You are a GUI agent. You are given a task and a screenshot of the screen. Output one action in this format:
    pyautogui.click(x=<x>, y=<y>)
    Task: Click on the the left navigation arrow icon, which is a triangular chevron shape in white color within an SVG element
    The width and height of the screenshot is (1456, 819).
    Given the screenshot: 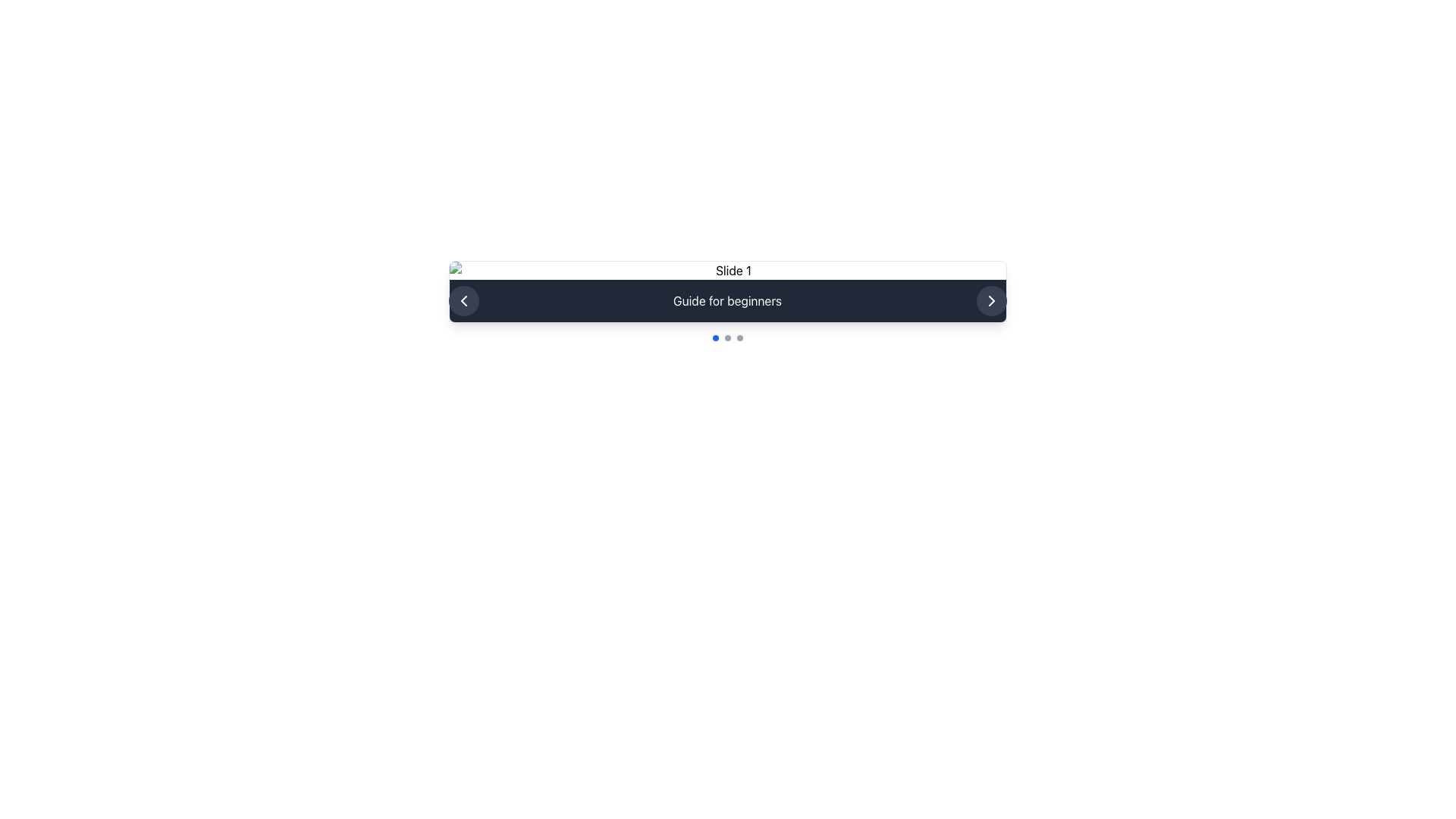 What is the action you would take?
    pyautogui.click(x=463, y=301)
    